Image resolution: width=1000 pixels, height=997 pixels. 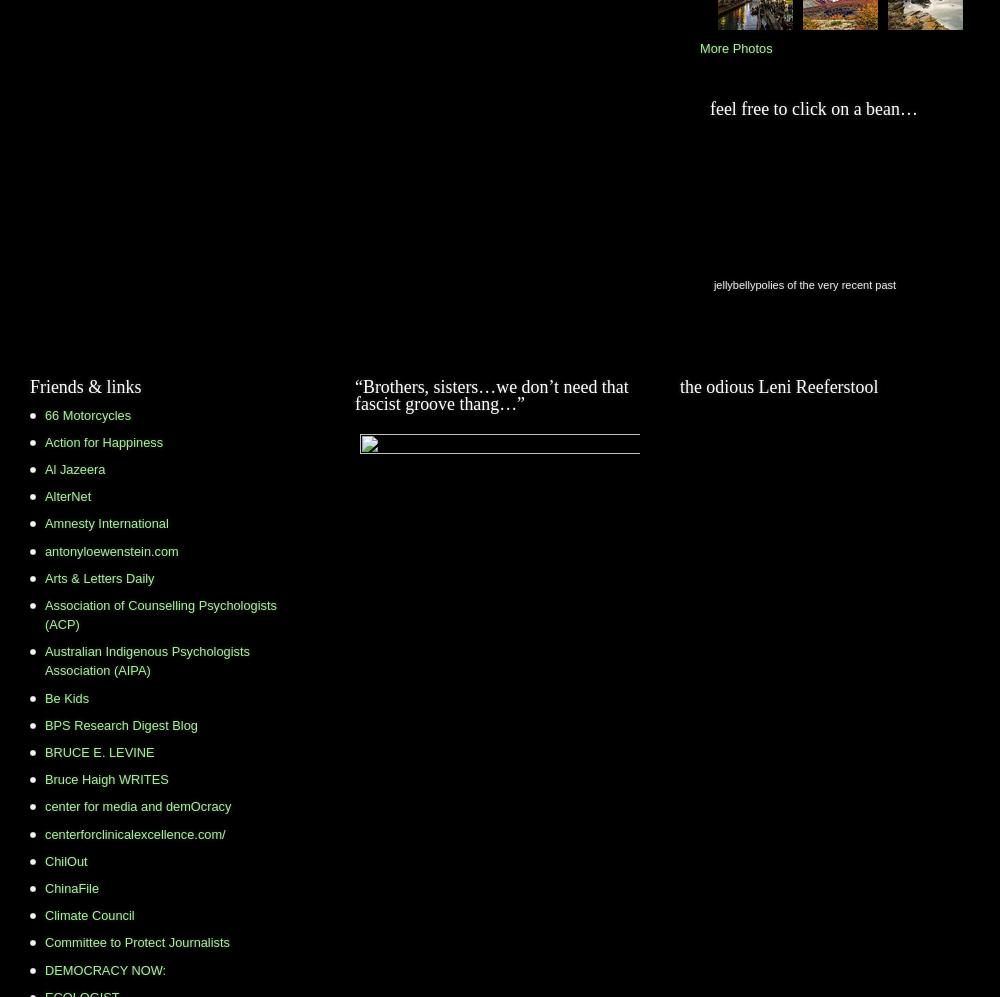 What do you see at coordinates (135, 833) in the screenshot?
I see `'centerforclinicalexcellence.com/'` at bounding box center [135, 833].